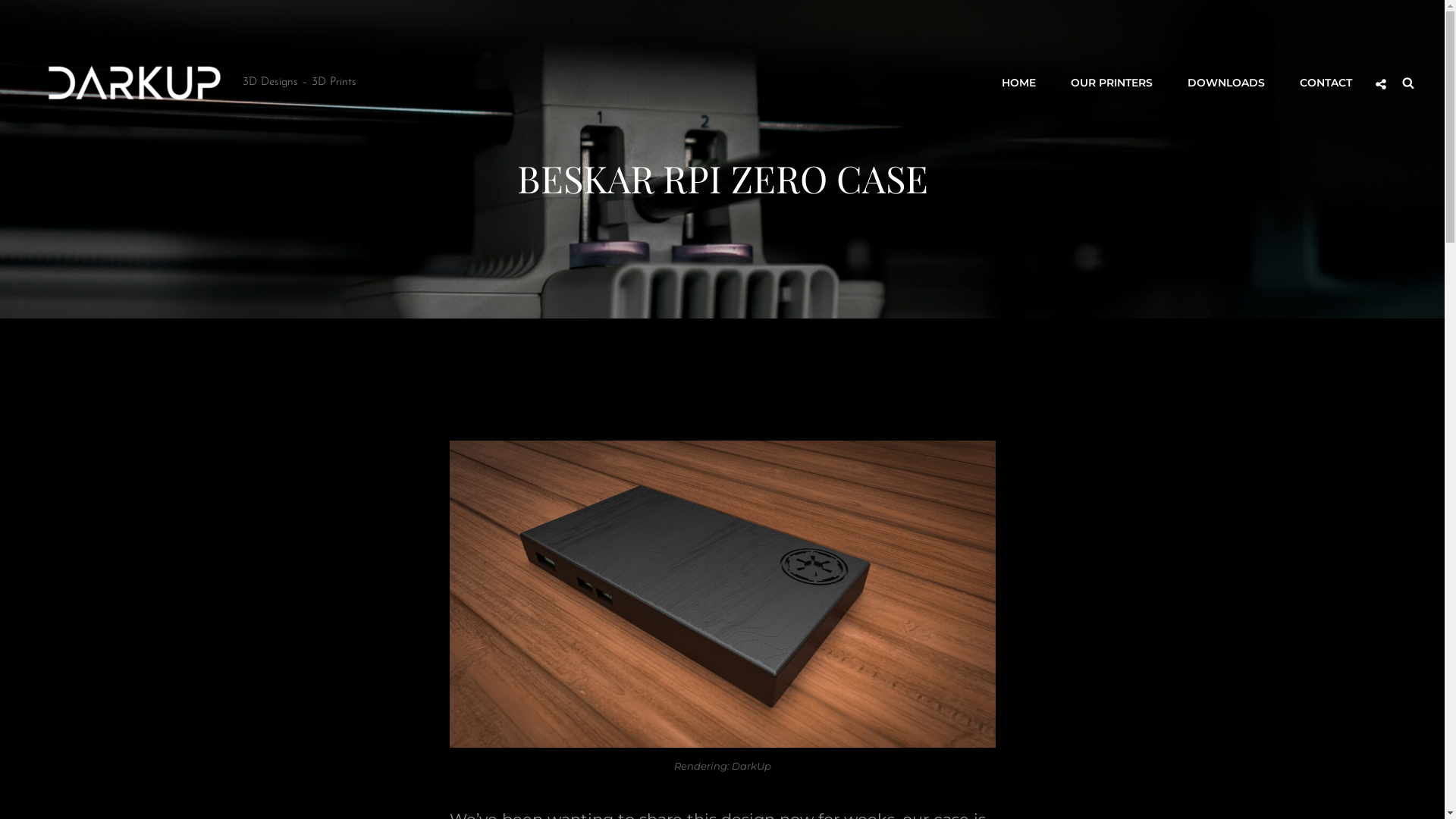 Image resolution: width=1456 pixels, height=819 pixels. What do you see at coordinates (986, 82) in the screenshot?
I see `'HOME'` at bounding box center [986, 82].